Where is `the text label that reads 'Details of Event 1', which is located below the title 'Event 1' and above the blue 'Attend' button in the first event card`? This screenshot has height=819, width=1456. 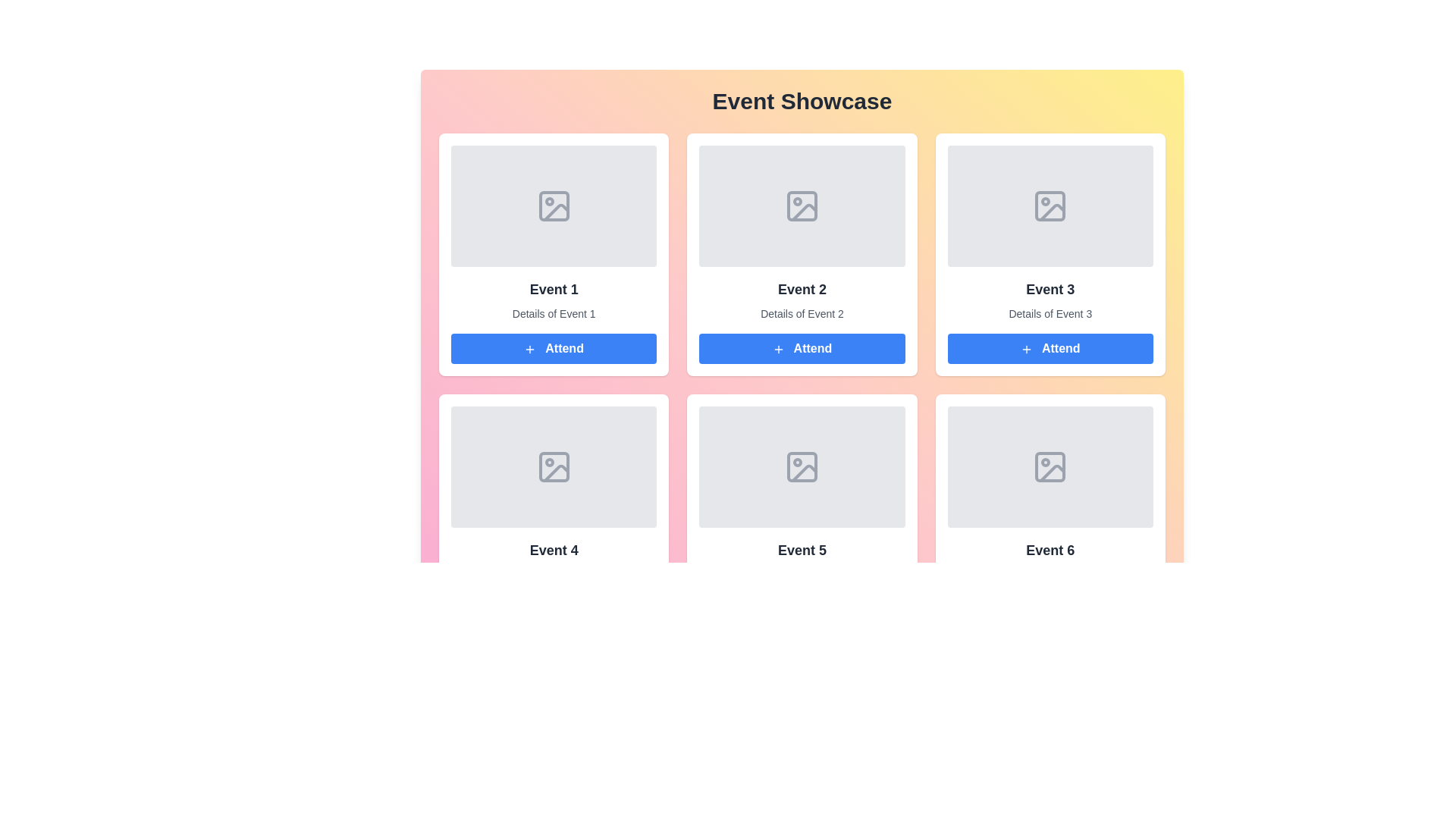
the text label that reads 'Details of Event 1', which is located below the title 'Event 1' and above the blue 'Attend' button in the first event card is located at coordinates (553, 312).